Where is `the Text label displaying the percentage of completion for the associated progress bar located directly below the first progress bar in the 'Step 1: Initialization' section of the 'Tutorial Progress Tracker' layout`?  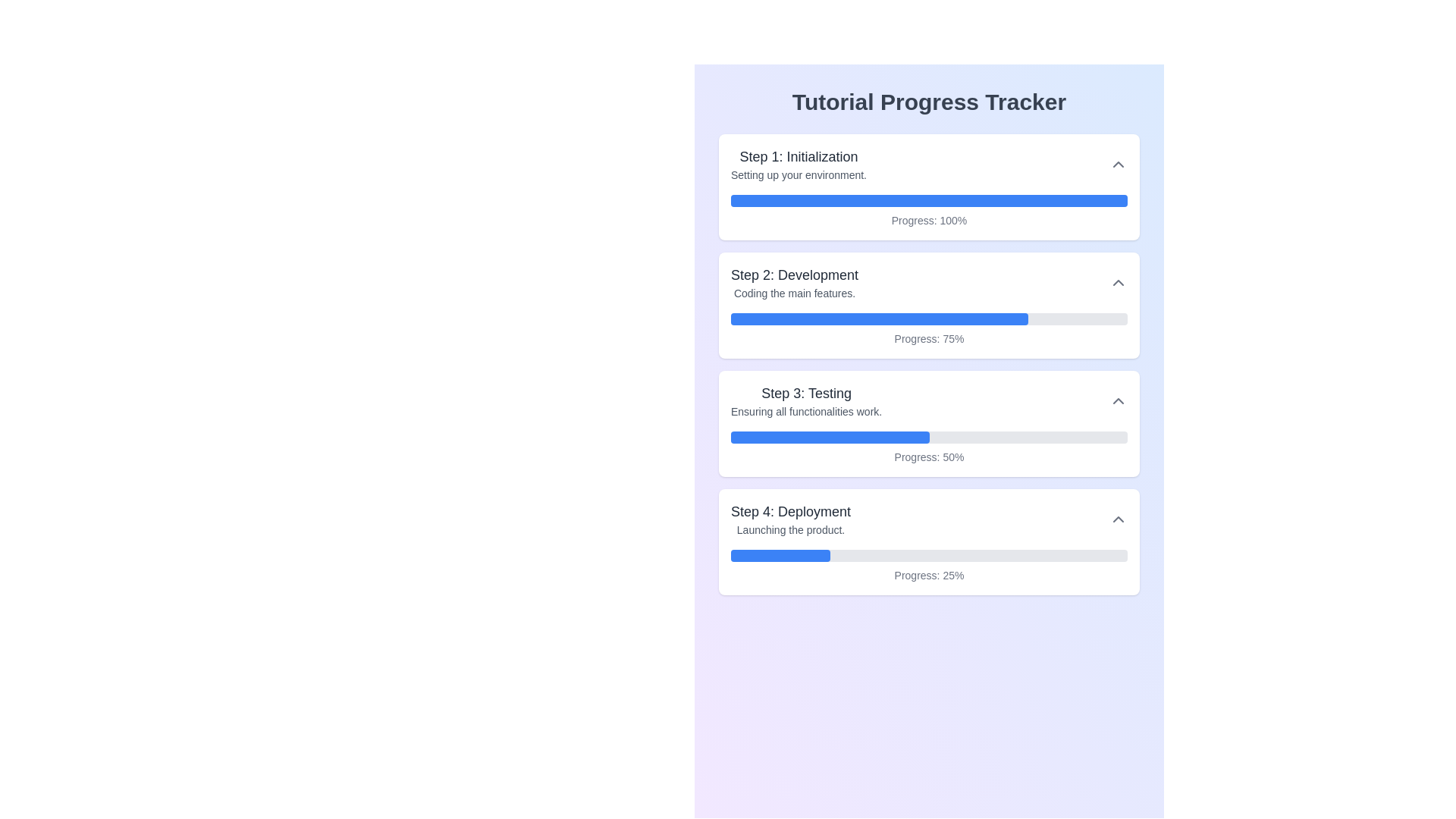 the Text label displaying the percentage of completion for the associated progress bar located directly below the first progress bar in the 'Step 1: Initialization' section of the 'Tutorial Progress Tracker' layout is located at coordinates (928, 220).